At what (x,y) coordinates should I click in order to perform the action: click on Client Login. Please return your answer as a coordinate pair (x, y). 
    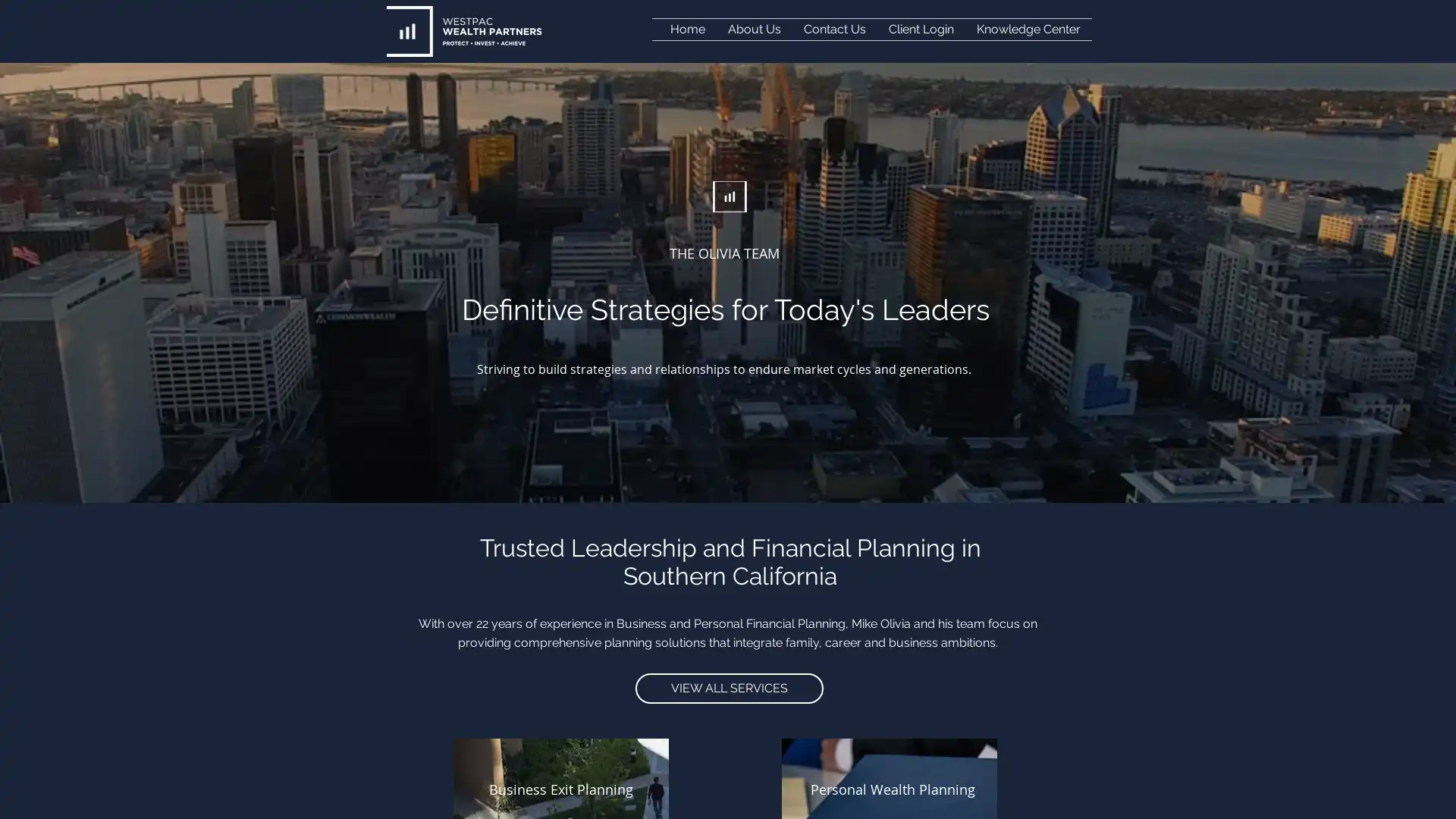
    Looking at the image, I should click on (920, 29).